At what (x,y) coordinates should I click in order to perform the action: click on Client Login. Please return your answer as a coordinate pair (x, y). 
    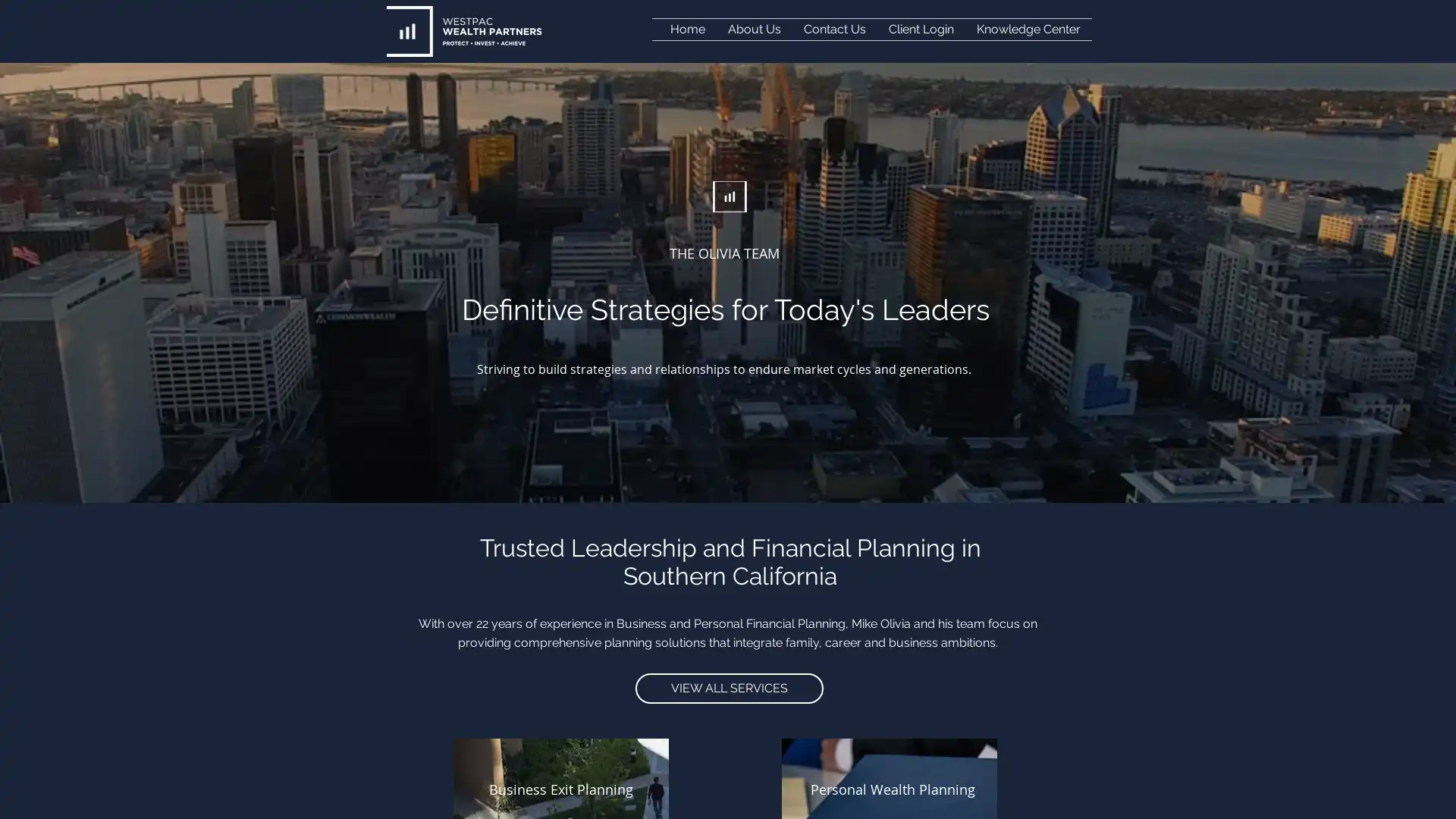
    Looking at the image, I should click on (920, 29).